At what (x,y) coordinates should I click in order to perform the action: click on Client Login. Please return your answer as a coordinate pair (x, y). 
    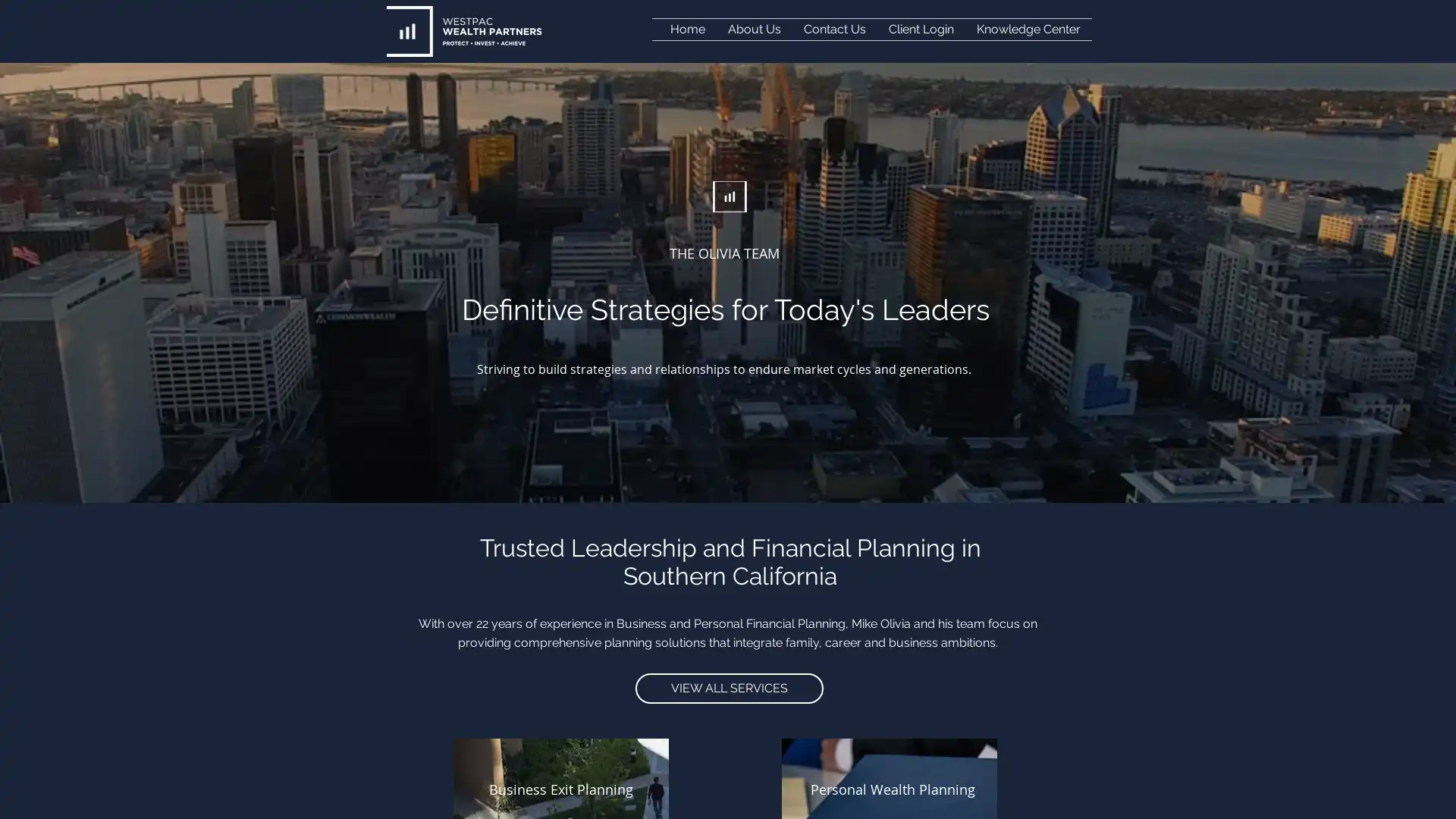
    Looking at the image, I should click on (920, 29).